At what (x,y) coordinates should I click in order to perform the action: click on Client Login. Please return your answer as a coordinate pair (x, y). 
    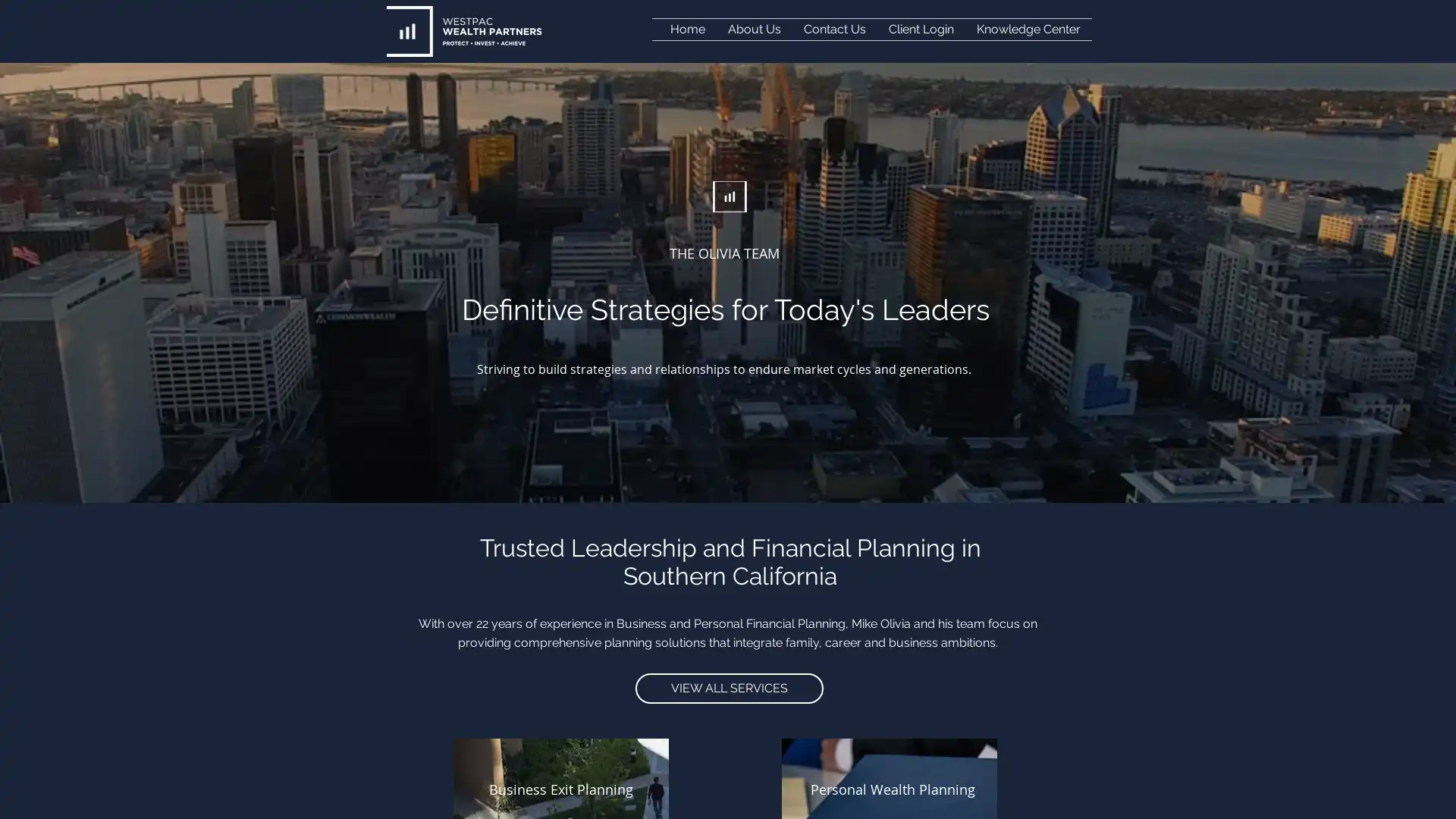
    Looking at the image, I should click on (920, 29).